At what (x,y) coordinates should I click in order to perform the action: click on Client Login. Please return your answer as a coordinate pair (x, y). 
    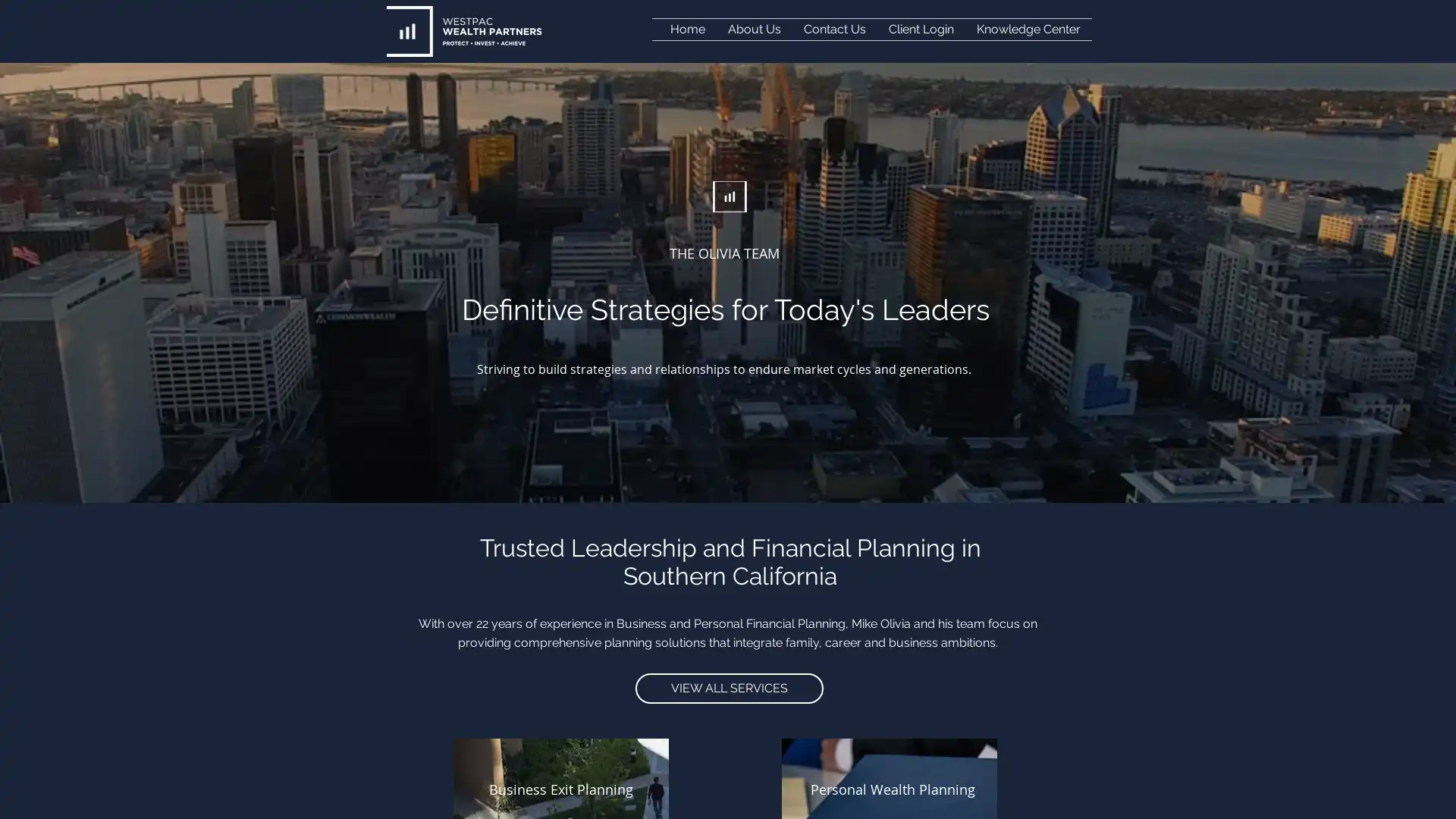
    Looking at the image, I should click on (920, 29).